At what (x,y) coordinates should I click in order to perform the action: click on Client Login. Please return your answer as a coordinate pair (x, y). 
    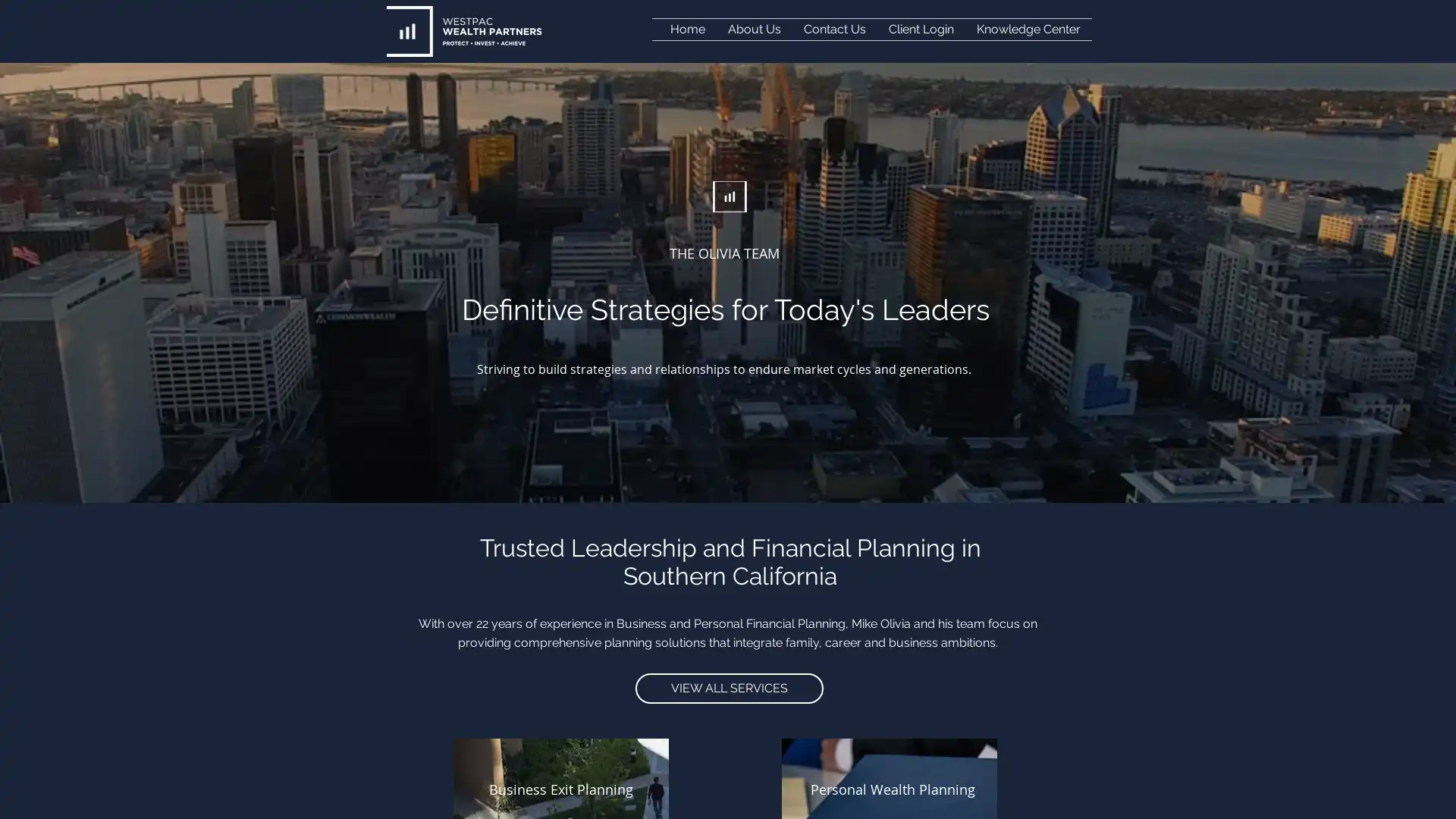
    Looking at the image, I should click on (920, 29).